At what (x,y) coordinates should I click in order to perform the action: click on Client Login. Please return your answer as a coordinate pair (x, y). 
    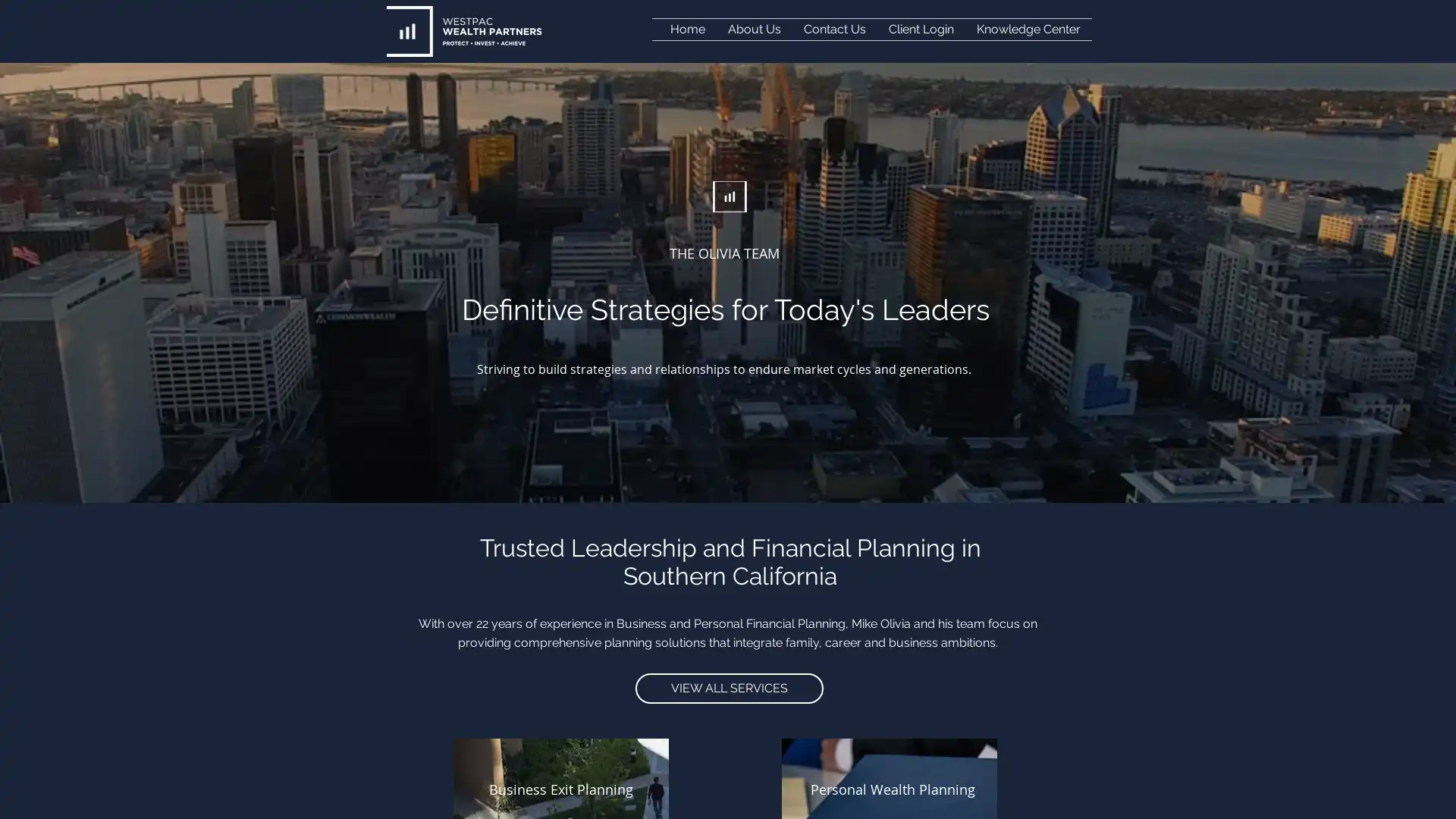
    Looking at the image, I should click on (920, 29).